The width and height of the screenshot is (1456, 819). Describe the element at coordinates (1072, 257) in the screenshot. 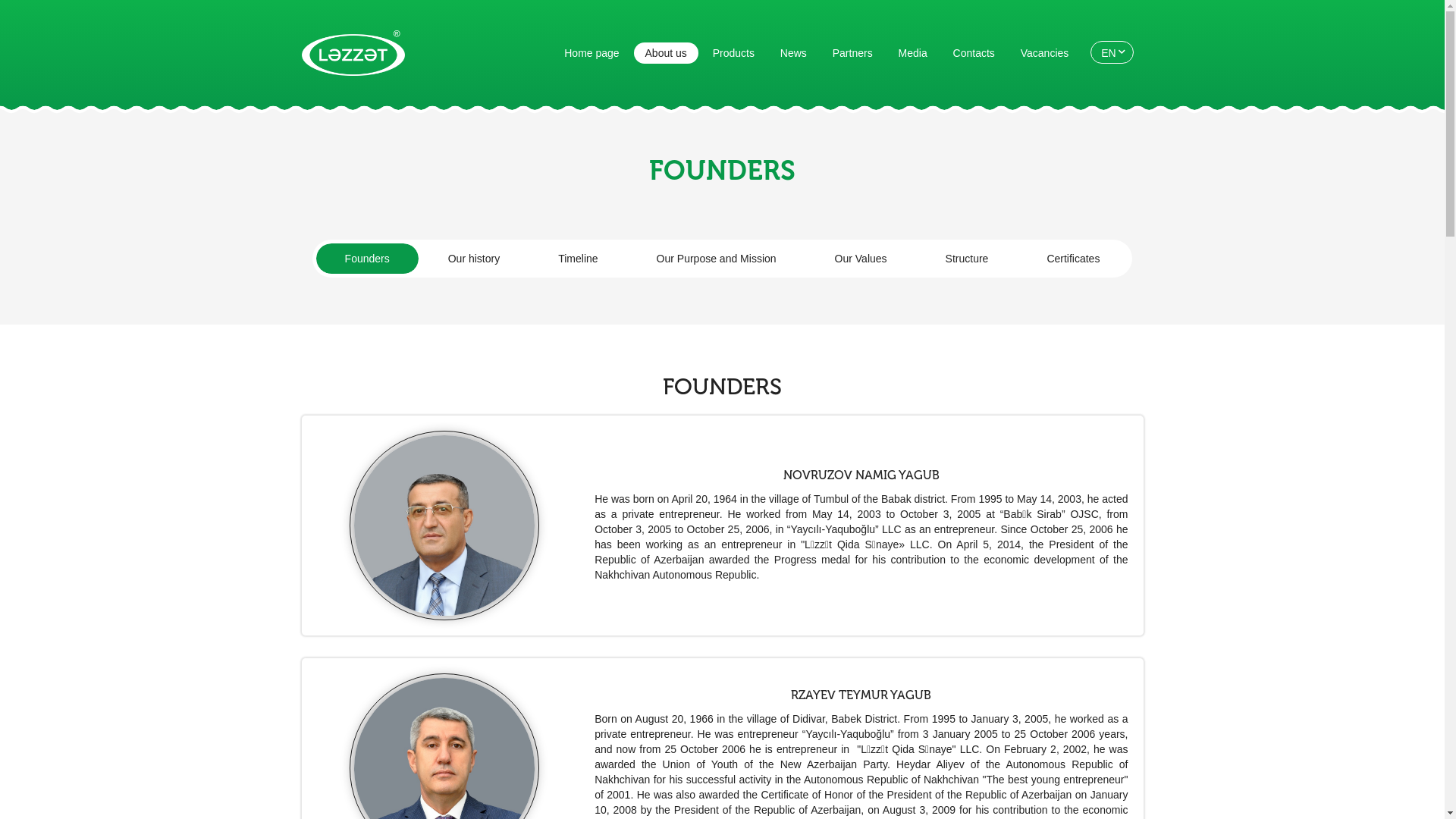

I see `'Certificates'` at that location.